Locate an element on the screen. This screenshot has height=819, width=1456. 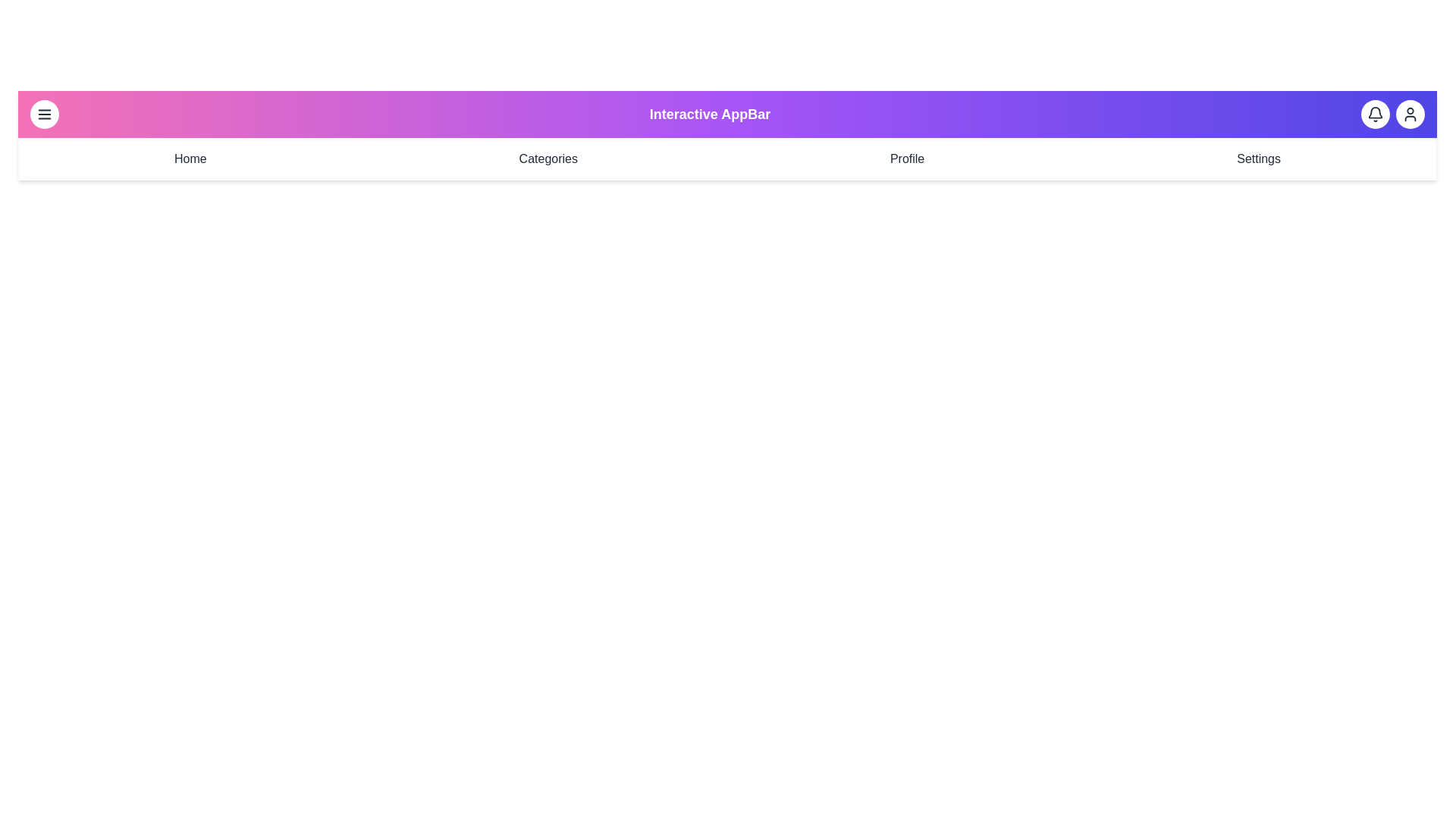
the navigation menu item Home is located at coordinates (190, 158).